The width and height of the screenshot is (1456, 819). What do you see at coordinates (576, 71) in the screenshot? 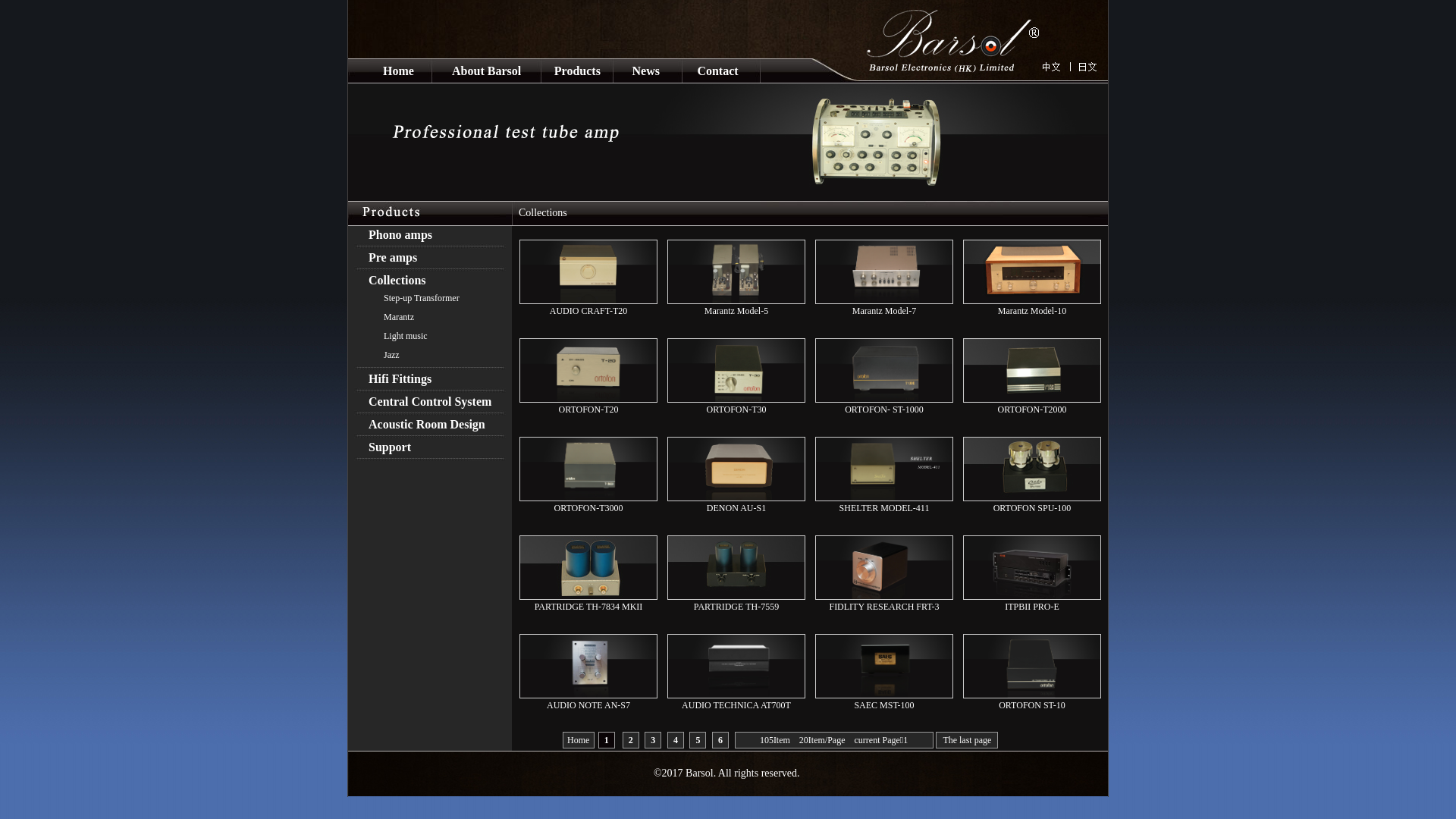
I see `'Products'` at bounding box center [576, 71].